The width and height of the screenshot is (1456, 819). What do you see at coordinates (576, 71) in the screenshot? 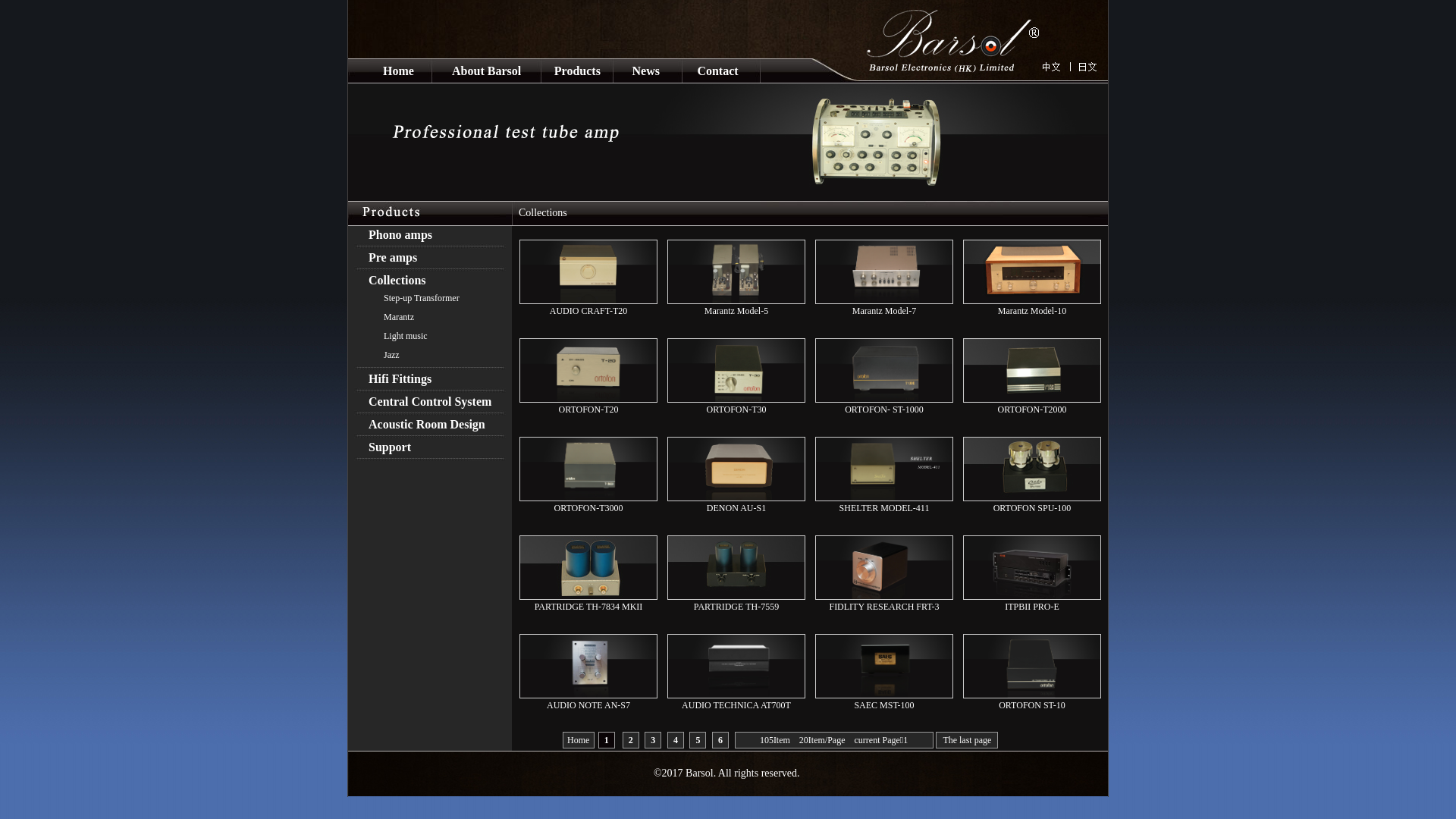
I see `'Products'` at bounding box center [576, 71].